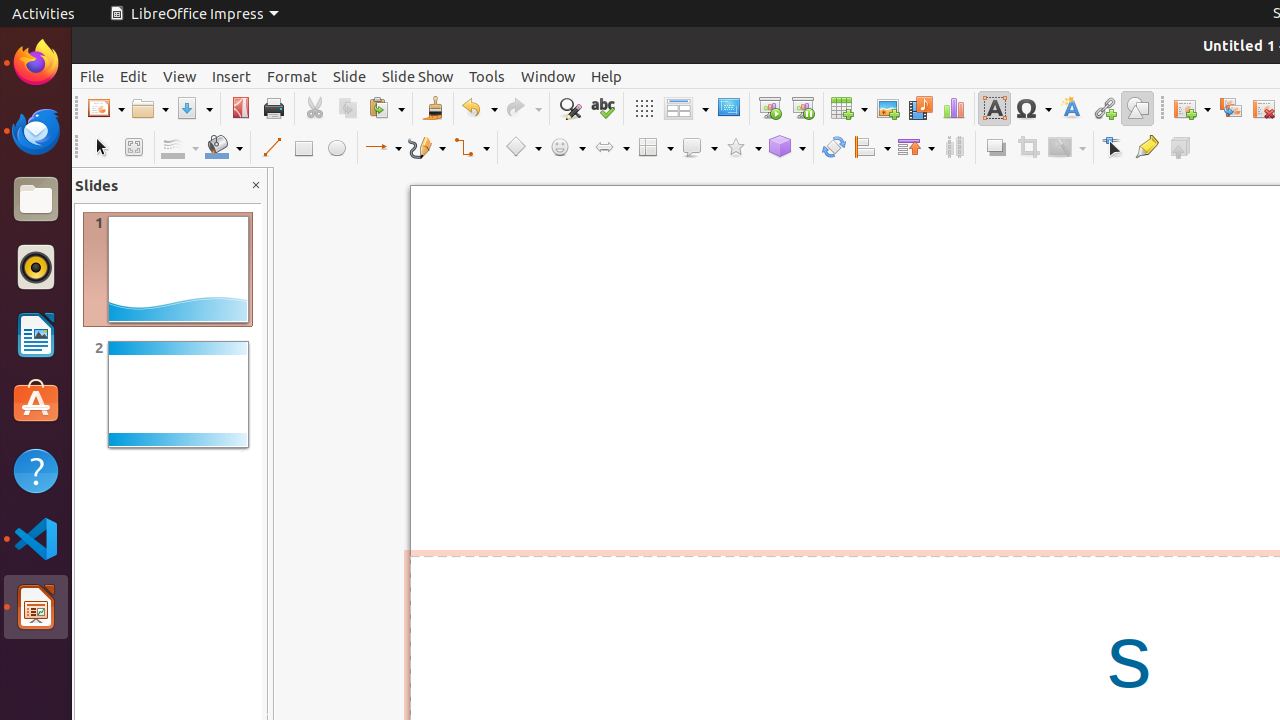  I want to click on 'Symbol Shapes', so click(566, 146).